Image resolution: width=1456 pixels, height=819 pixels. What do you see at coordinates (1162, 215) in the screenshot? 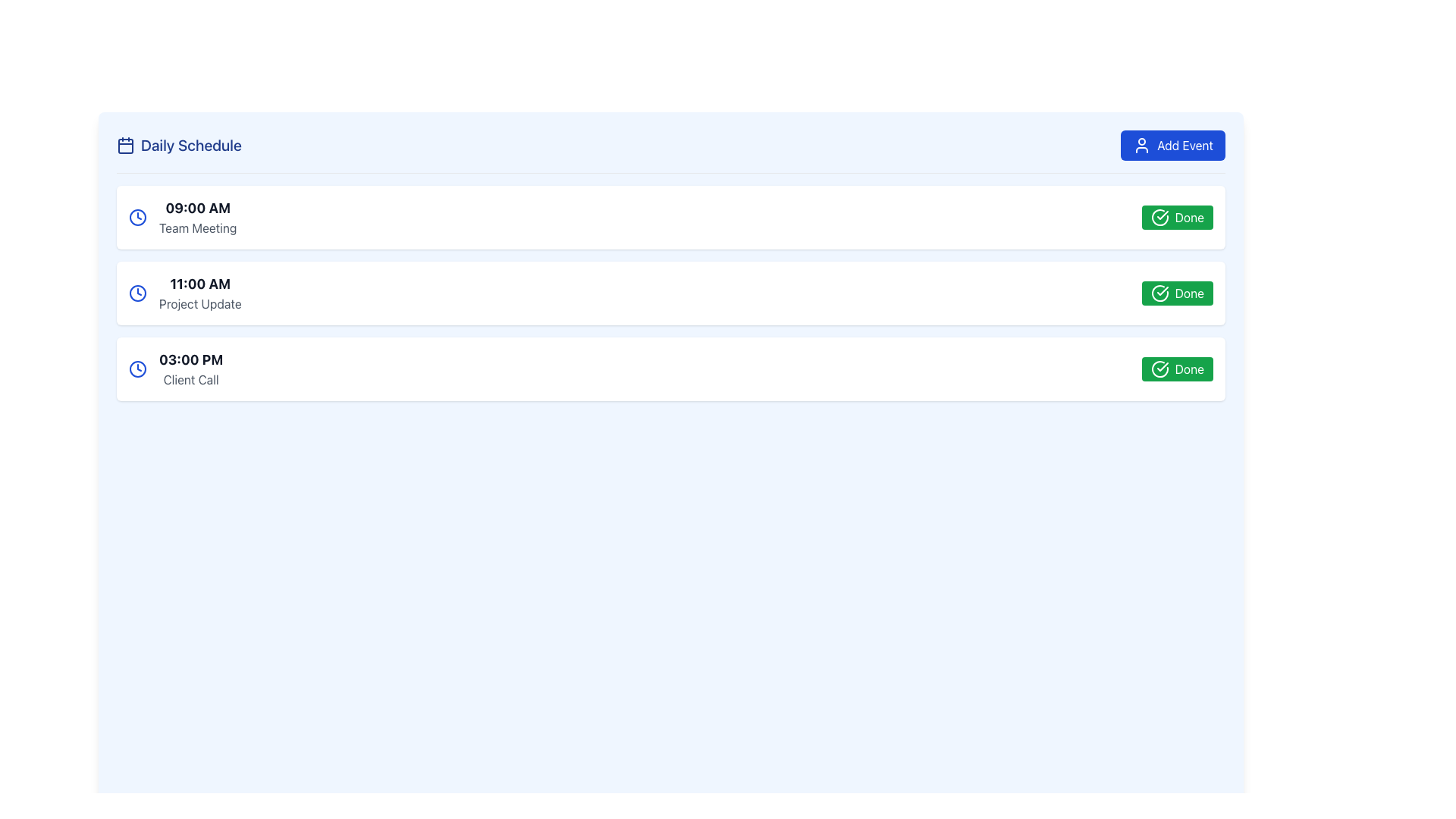
I see `the small green checkmark icon within the green circular border on the 'Done' button for the first scheduled event` at bounding box center [1162, 215].